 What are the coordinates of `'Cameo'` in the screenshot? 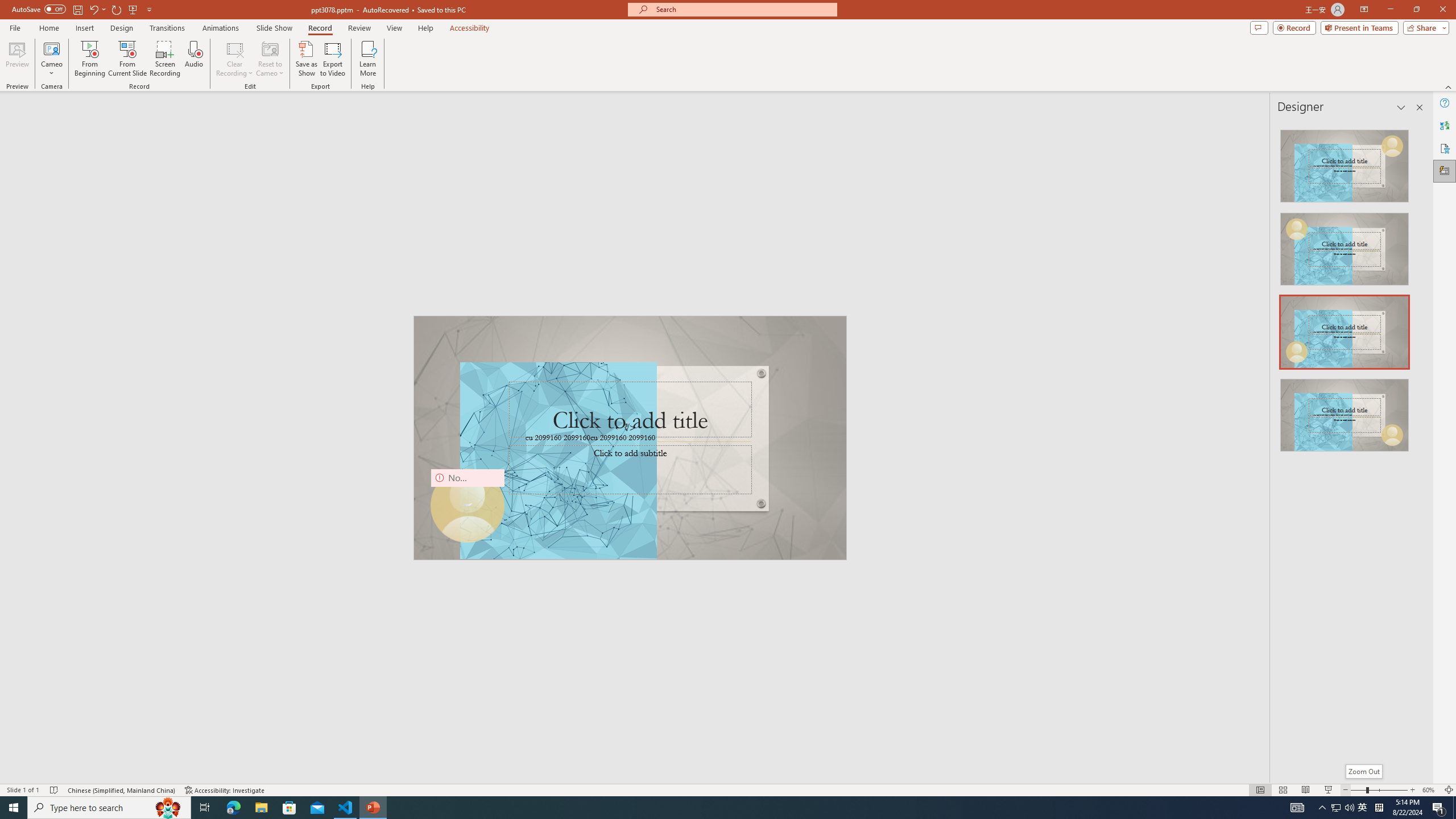 It's located at (51, 59).